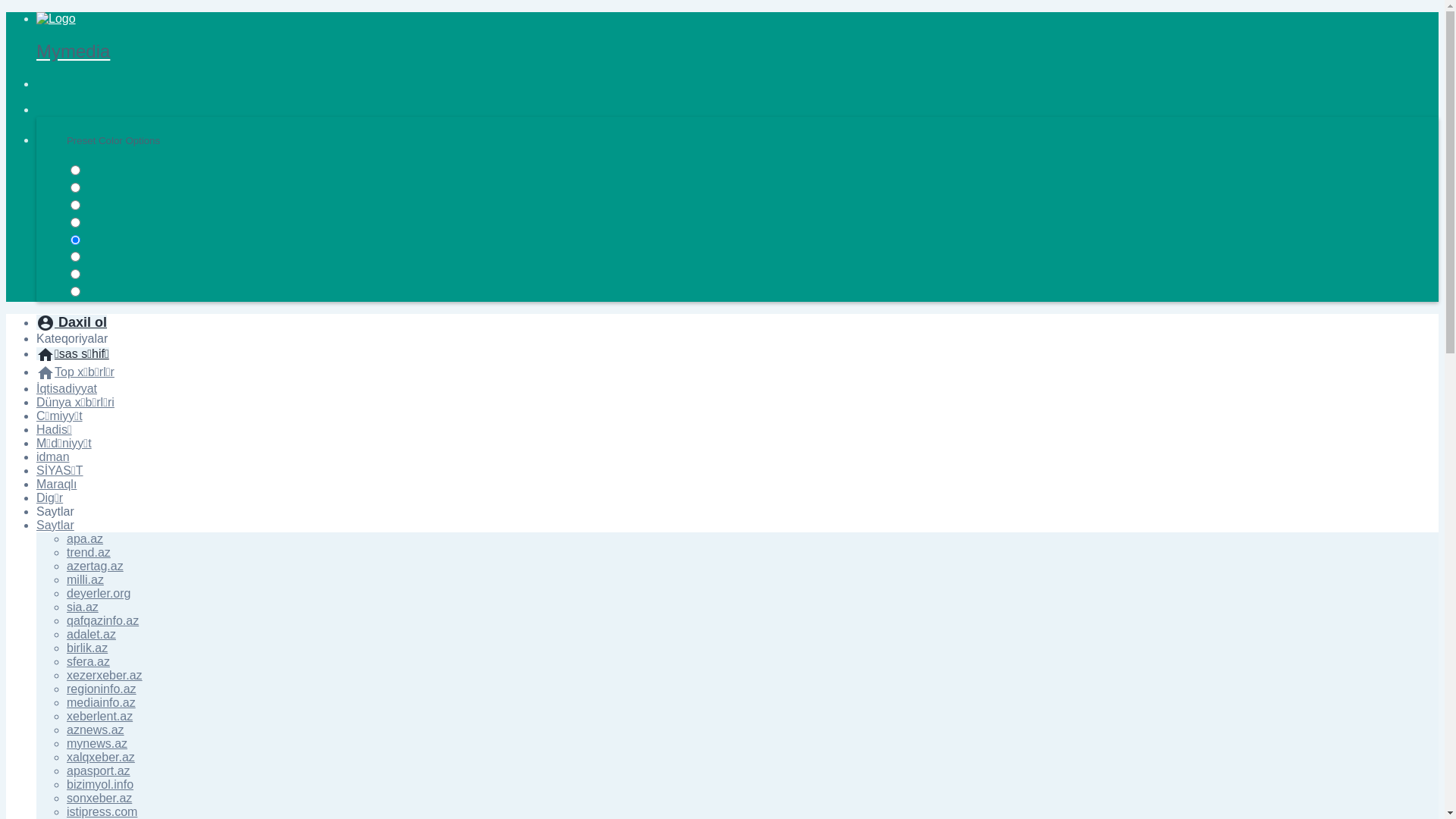  Describe the element at coordinates (65, 689) in the screenshot. I see `'regioninfo.az'` at that location.